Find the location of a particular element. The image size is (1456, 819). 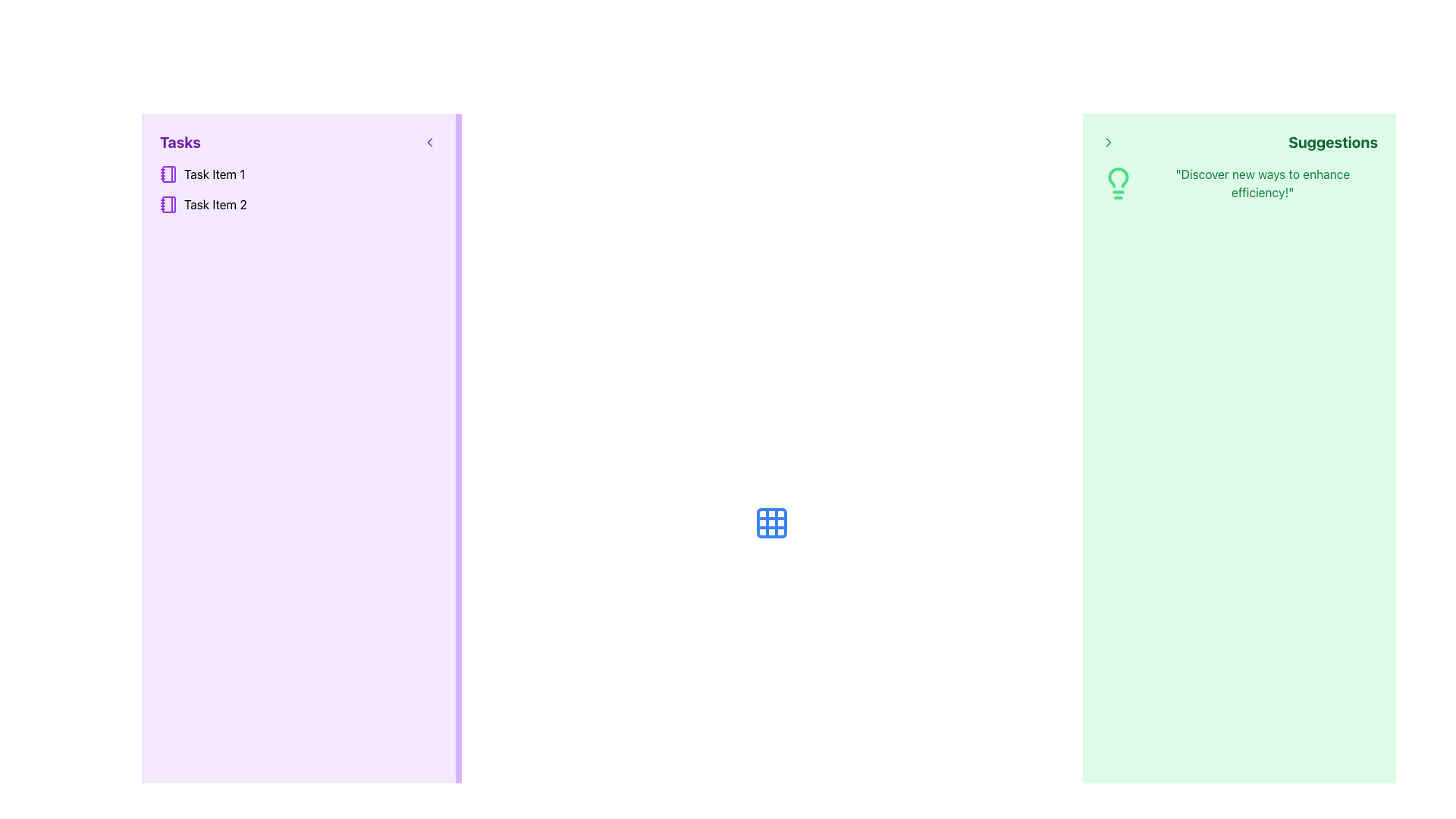

the small, rightward-pointing green chevron icon in the 'Suggestions' section is located at coordinates (1108, 143).